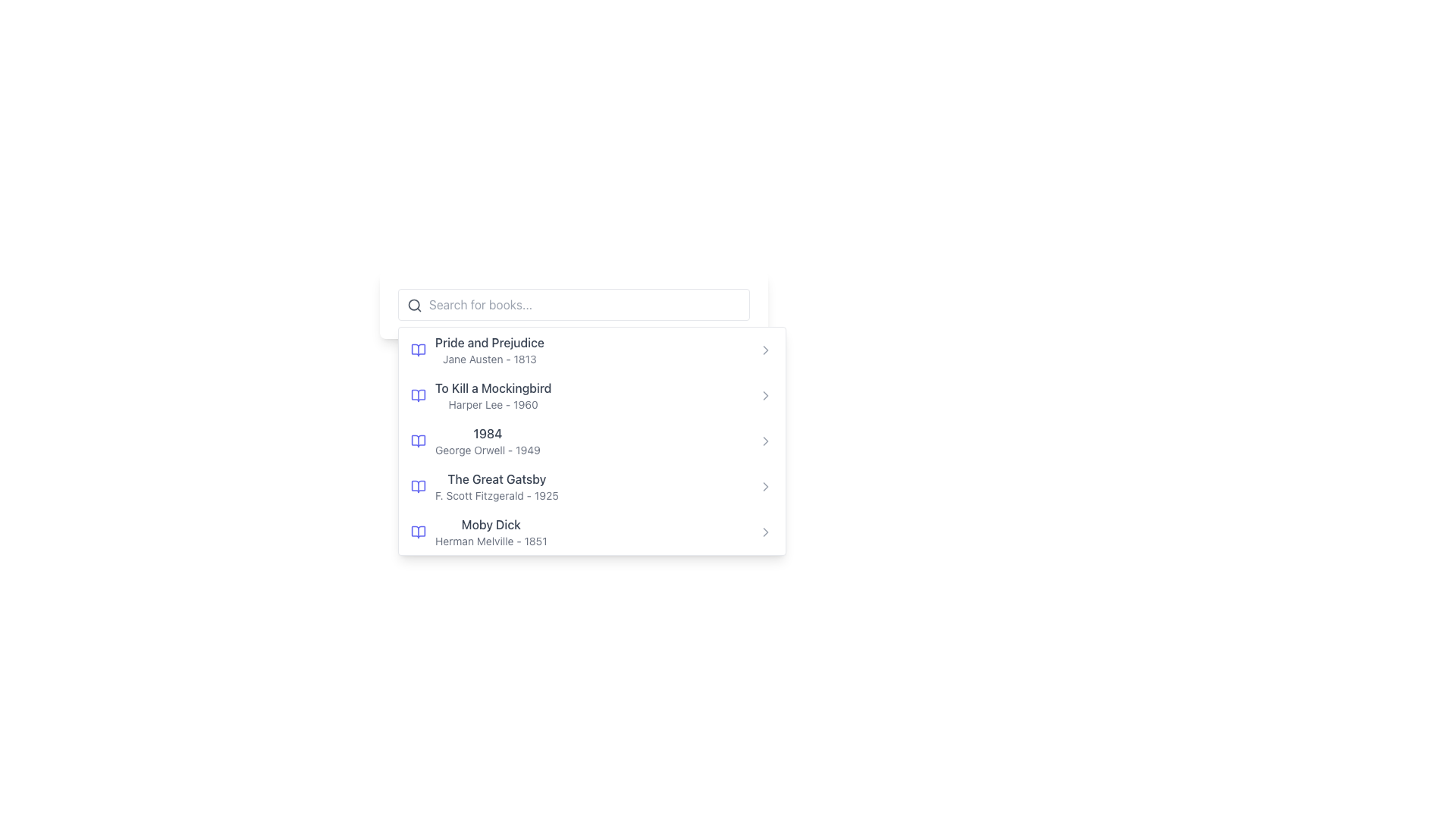 The height and width of the screenshot is (819, 1456). Describe the element at coordinates (489, 350) in the screenshot. I see `the list item displaying 'Pride and Prejudice' by Jane Austen` at that location.